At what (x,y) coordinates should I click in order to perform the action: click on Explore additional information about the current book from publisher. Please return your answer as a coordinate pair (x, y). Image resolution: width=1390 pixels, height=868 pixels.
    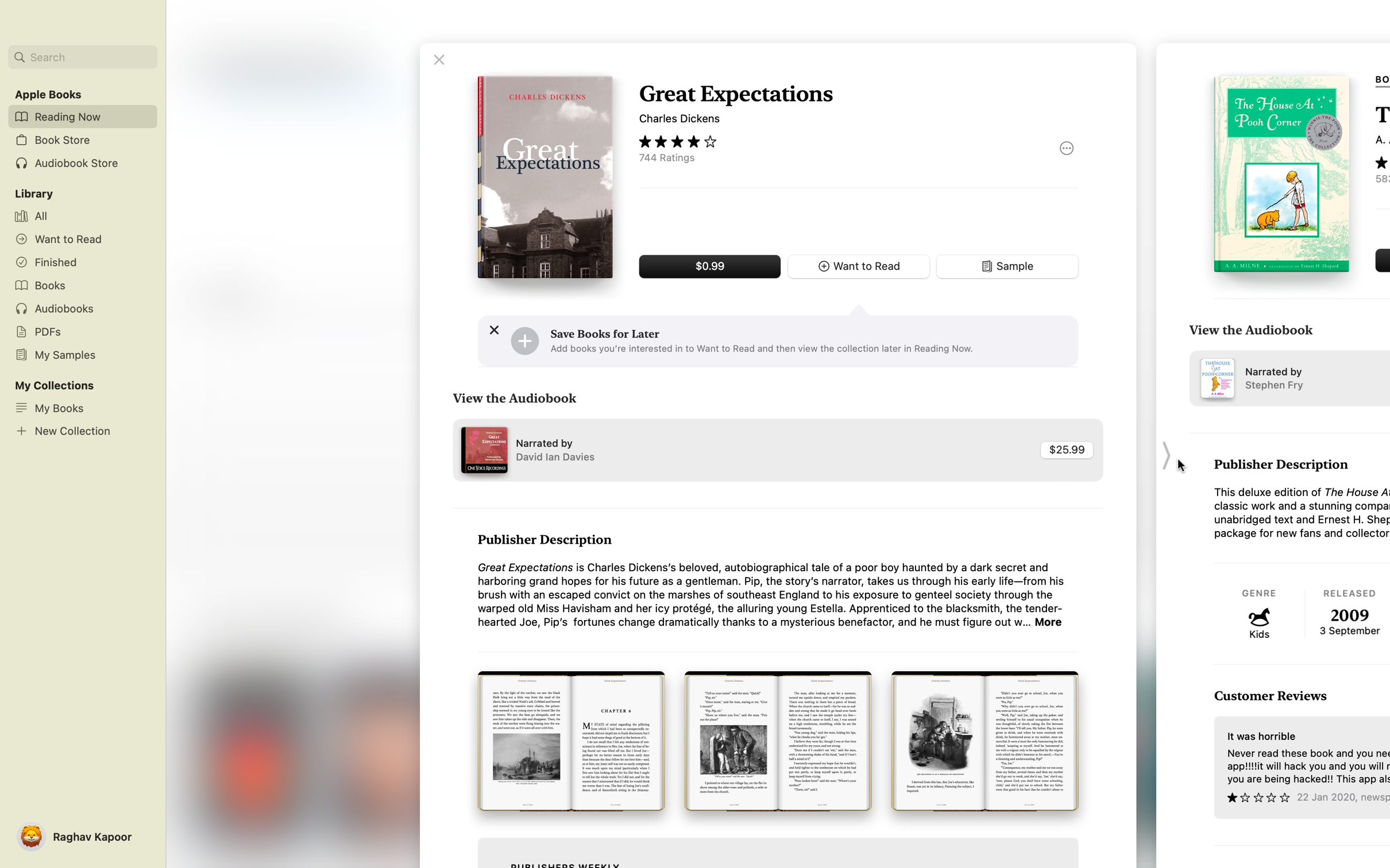
    Looking at the image, I should click on (1049, 622).